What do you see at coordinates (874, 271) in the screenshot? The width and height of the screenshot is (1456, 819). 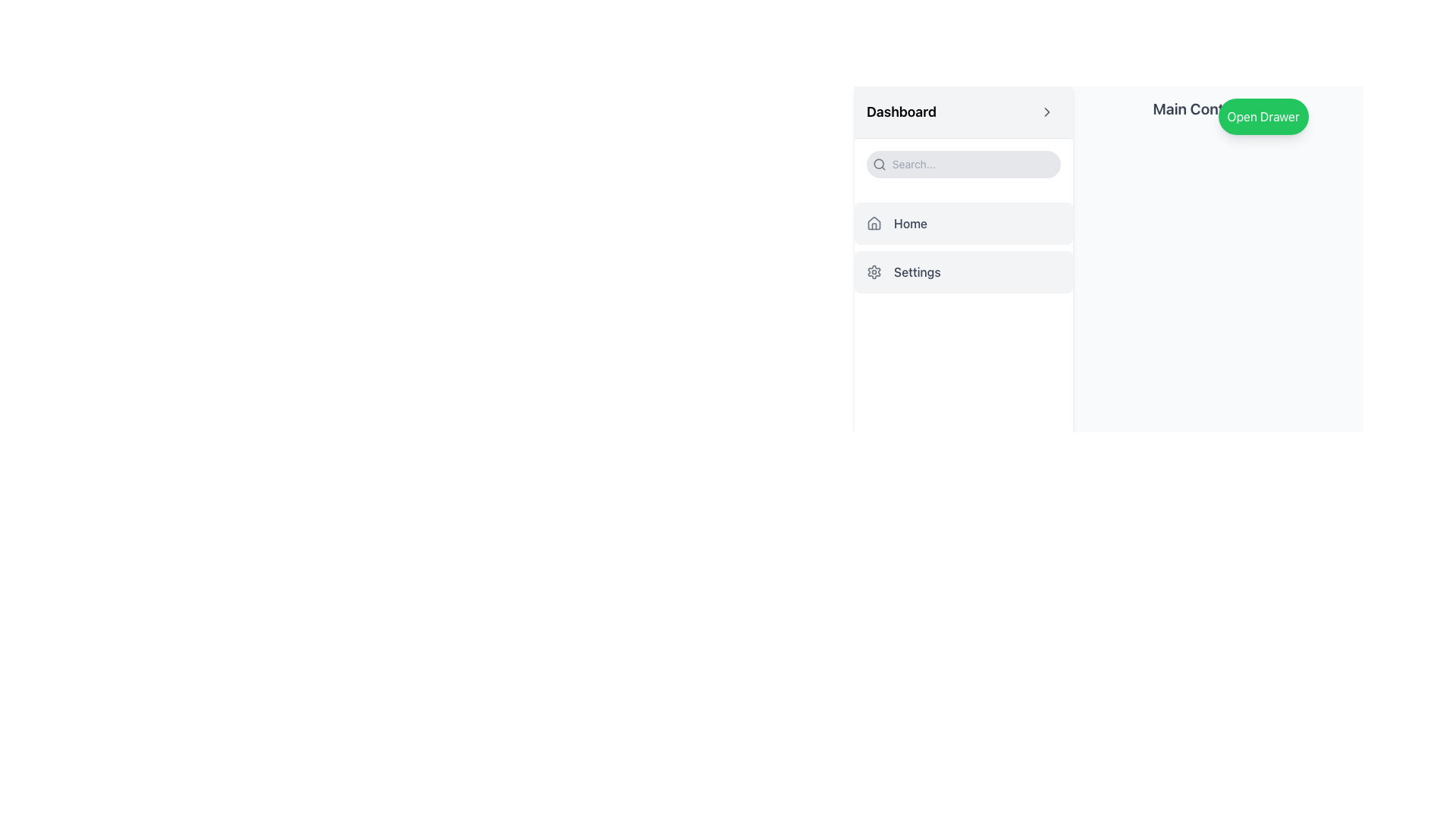 I see `the outer graphical ring of the cogwheel icon in the settings menu` at bounding box center [874, 271].